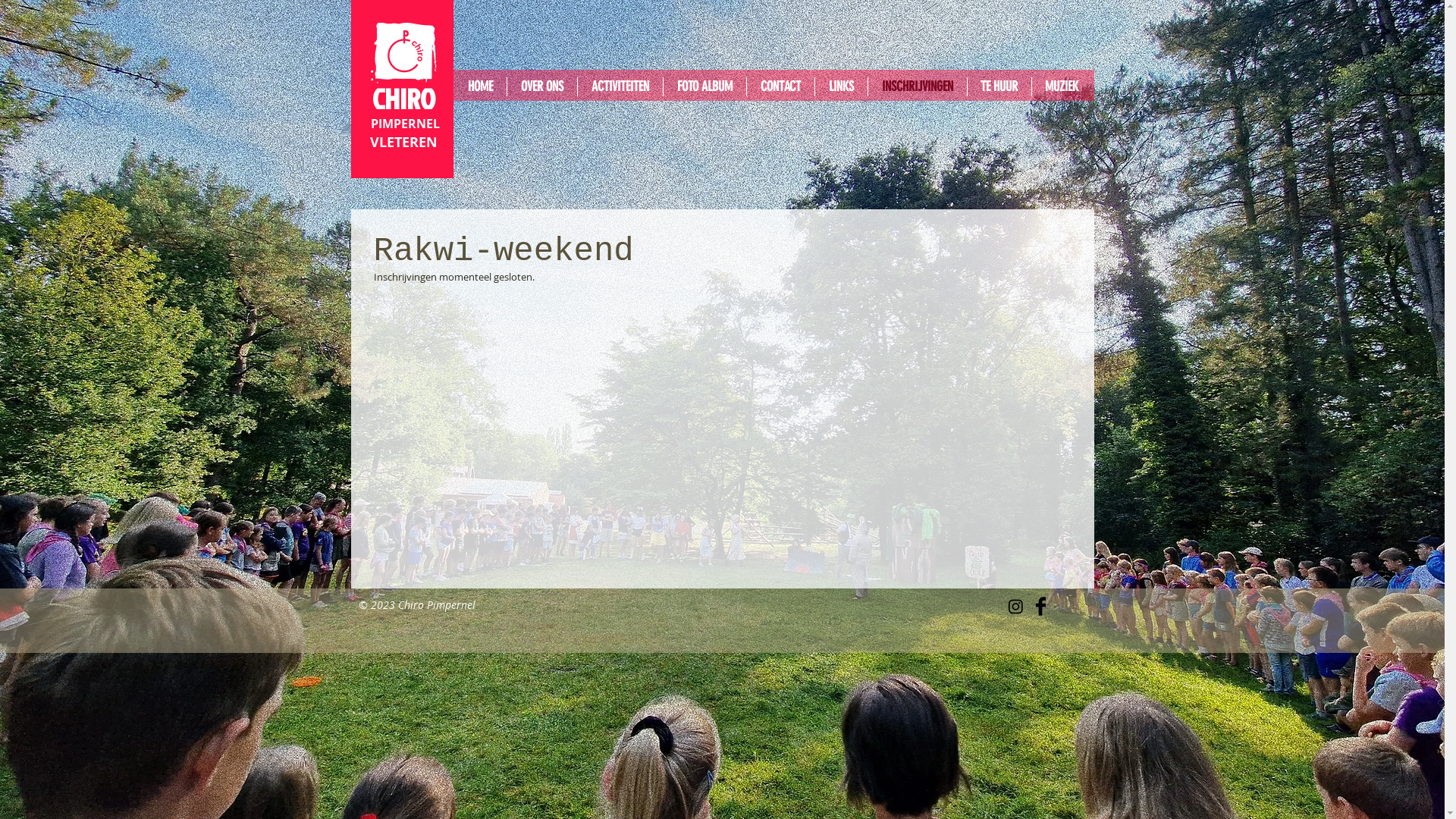 The width and height of the screenshot is (1456, 819). What do you see at coordinates (814, 86) in the screenshot?
I see `'LINKS'` at bounding box center [814, 86].